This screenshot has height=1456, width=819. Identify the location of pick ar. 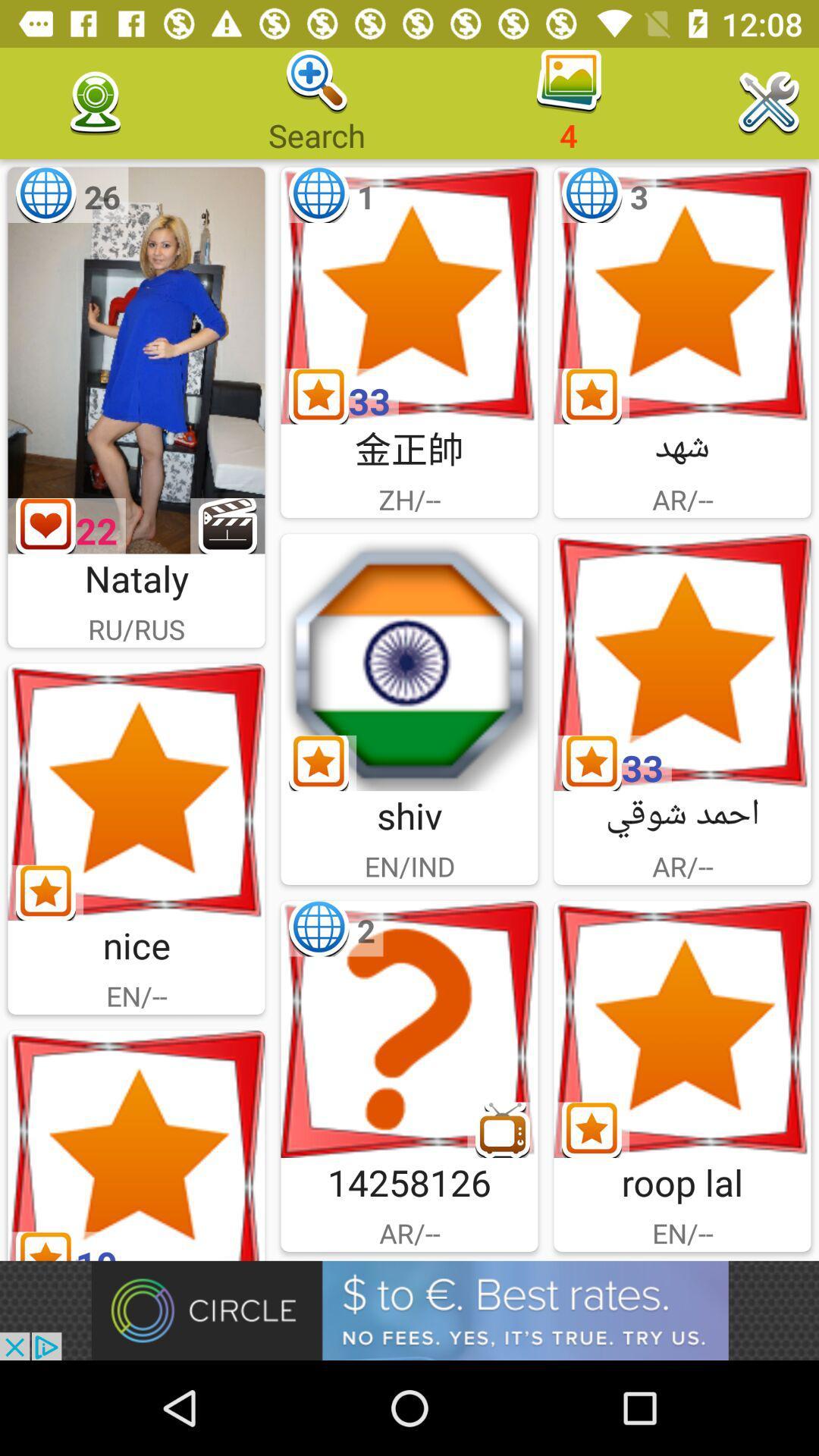
(681, 662).